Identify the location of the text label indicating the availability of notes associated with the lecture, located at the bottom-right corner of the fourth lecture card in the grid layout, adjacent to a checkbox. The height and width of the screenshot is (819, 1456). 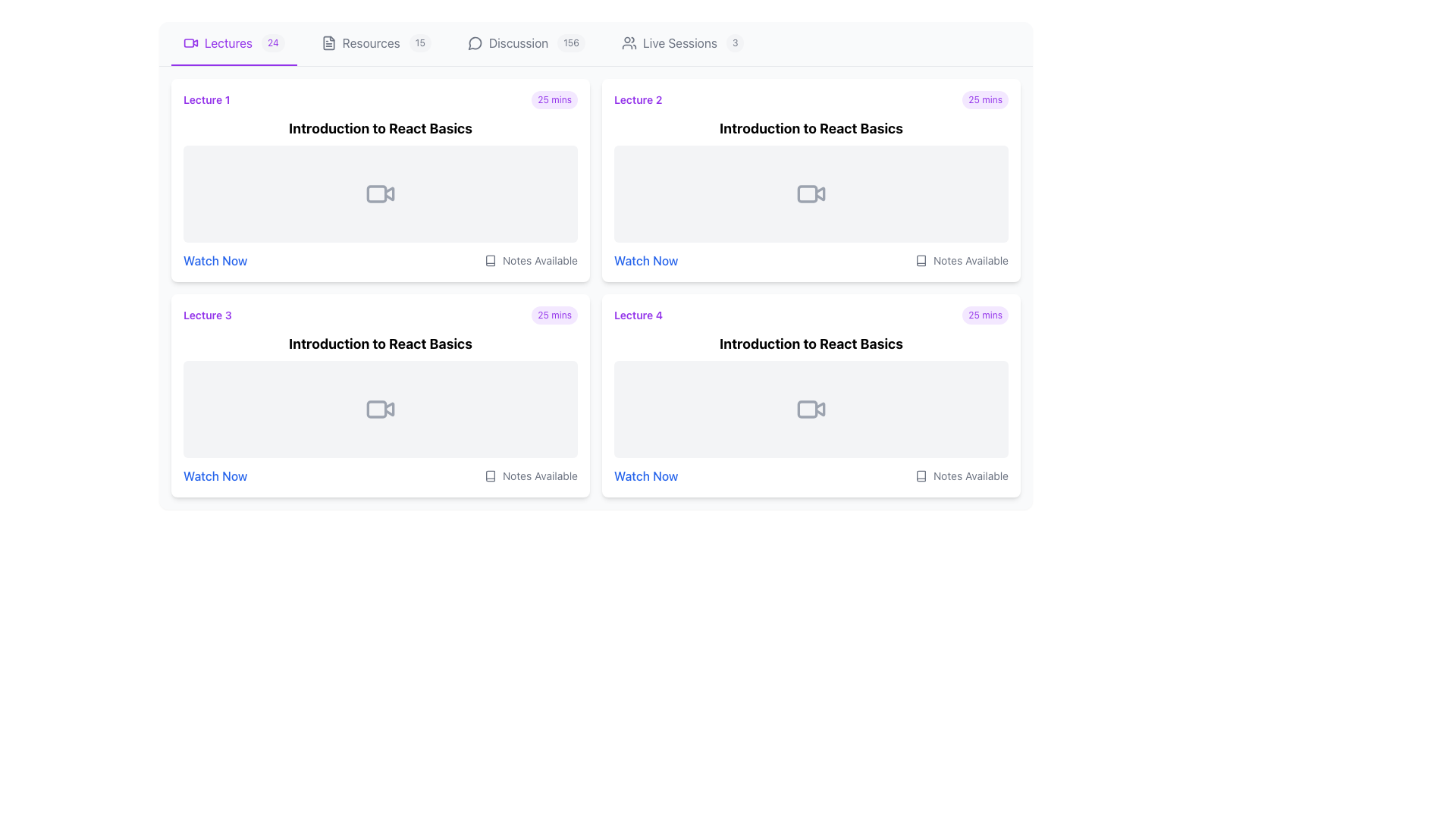
(971, 475).